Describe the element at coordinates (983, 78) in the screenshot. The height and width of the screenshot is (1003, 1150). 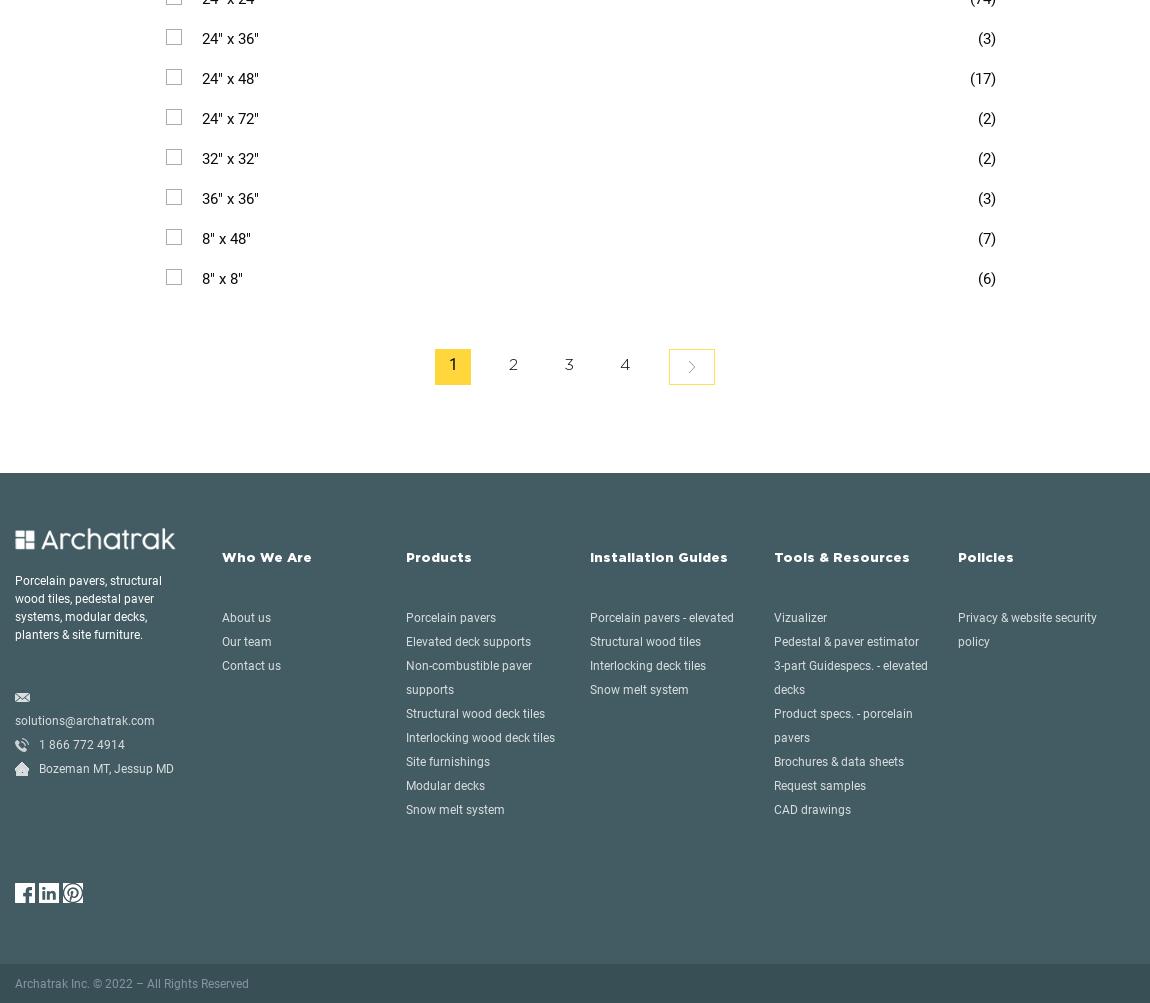
I see `'(17)'` at that location.